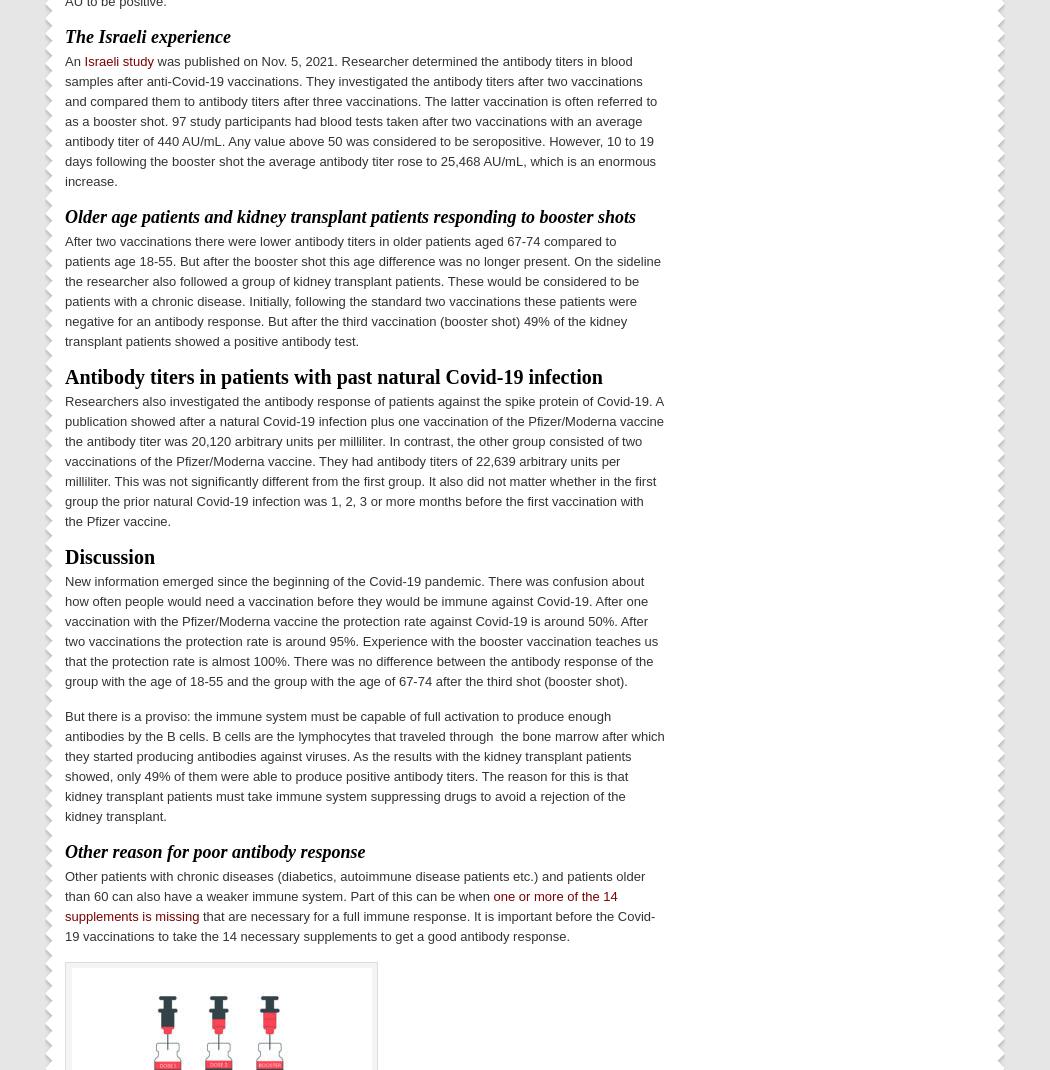 The height and width of the screenshot is (1070, 1050). What do you see at coordinates (63, 374) in the screenshot?
I see `'Antibody titers in patients with past natural Covid-19 infection'` at bounding box center [63, 374].